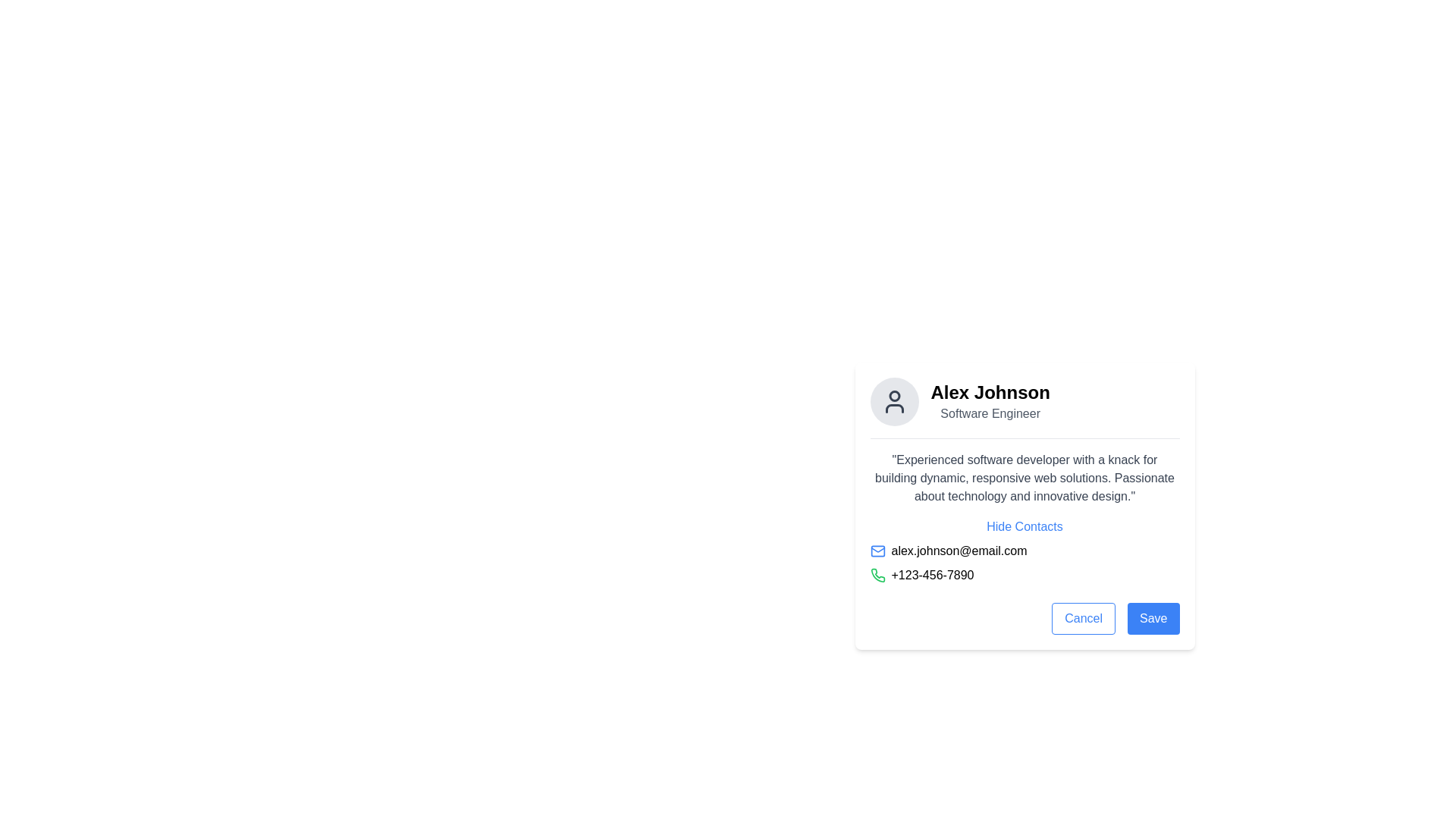 The image size is (1456, 819). I want to click on user's name displayed in the text label located at the top of the profile section, centered above the 'Software Engineer' text and next to the avatar image, so click(990, 391).